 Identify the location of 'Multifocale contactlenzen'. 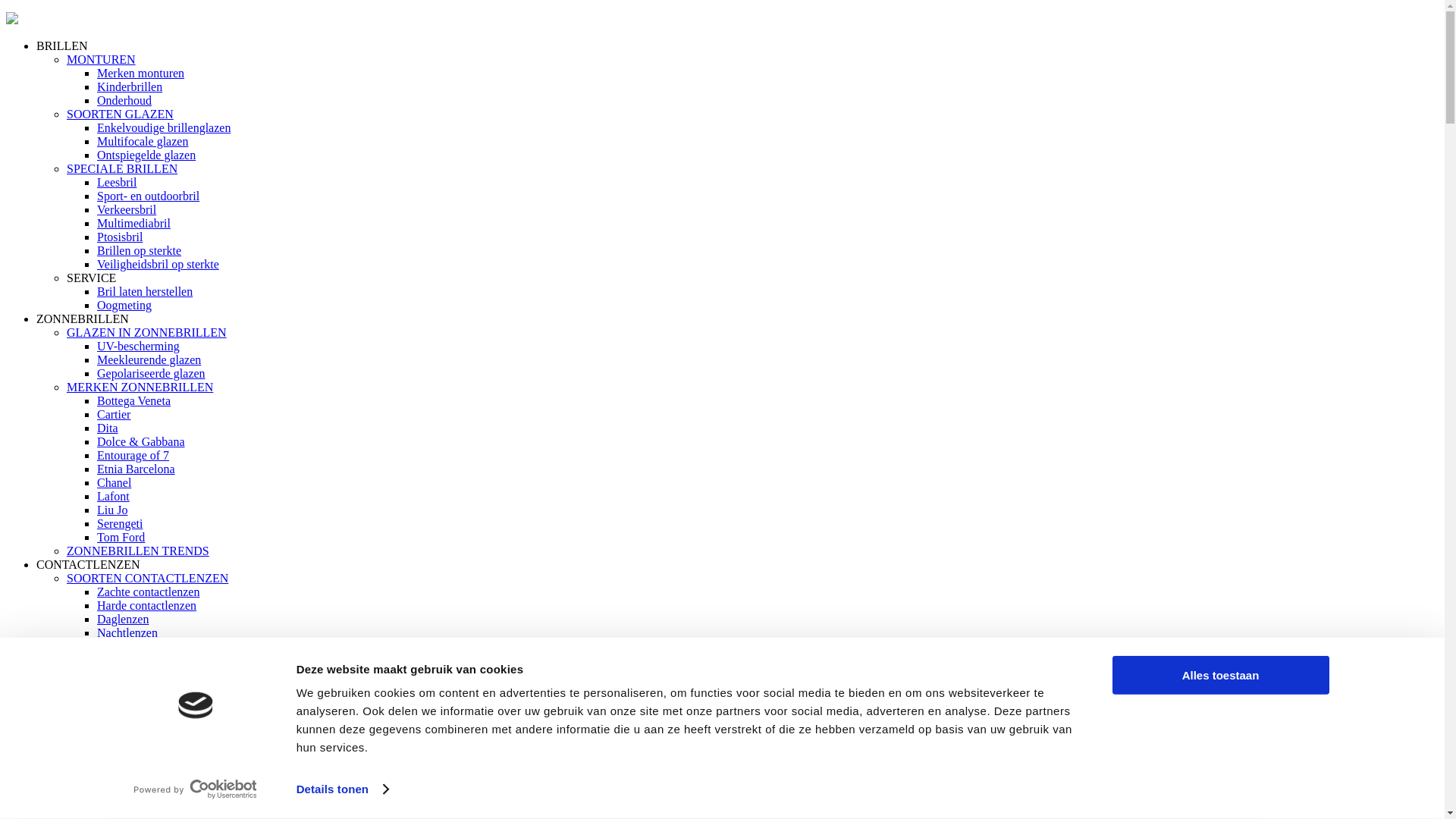
(160, 646).